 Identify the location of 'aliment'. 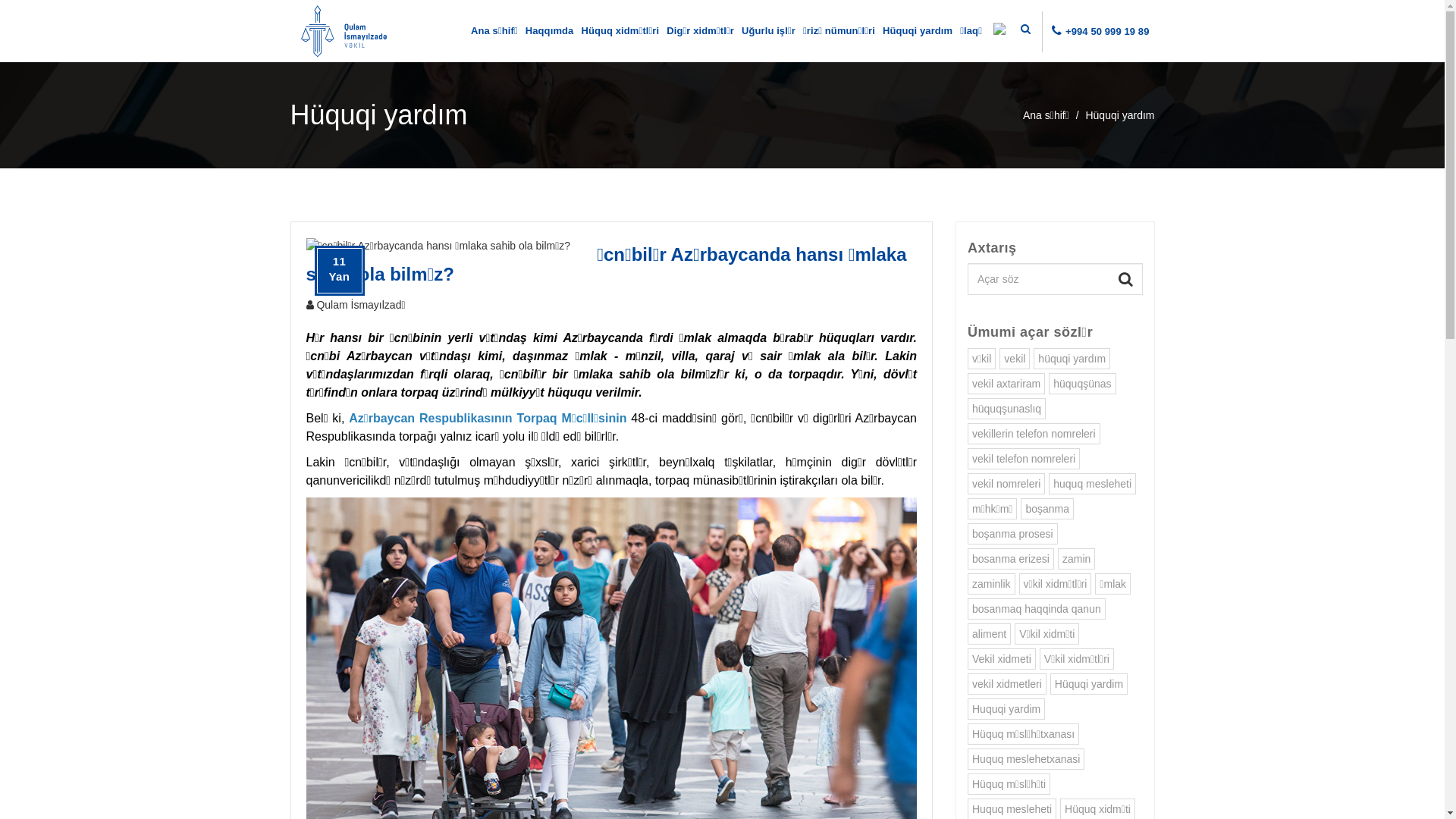
(989, 634).